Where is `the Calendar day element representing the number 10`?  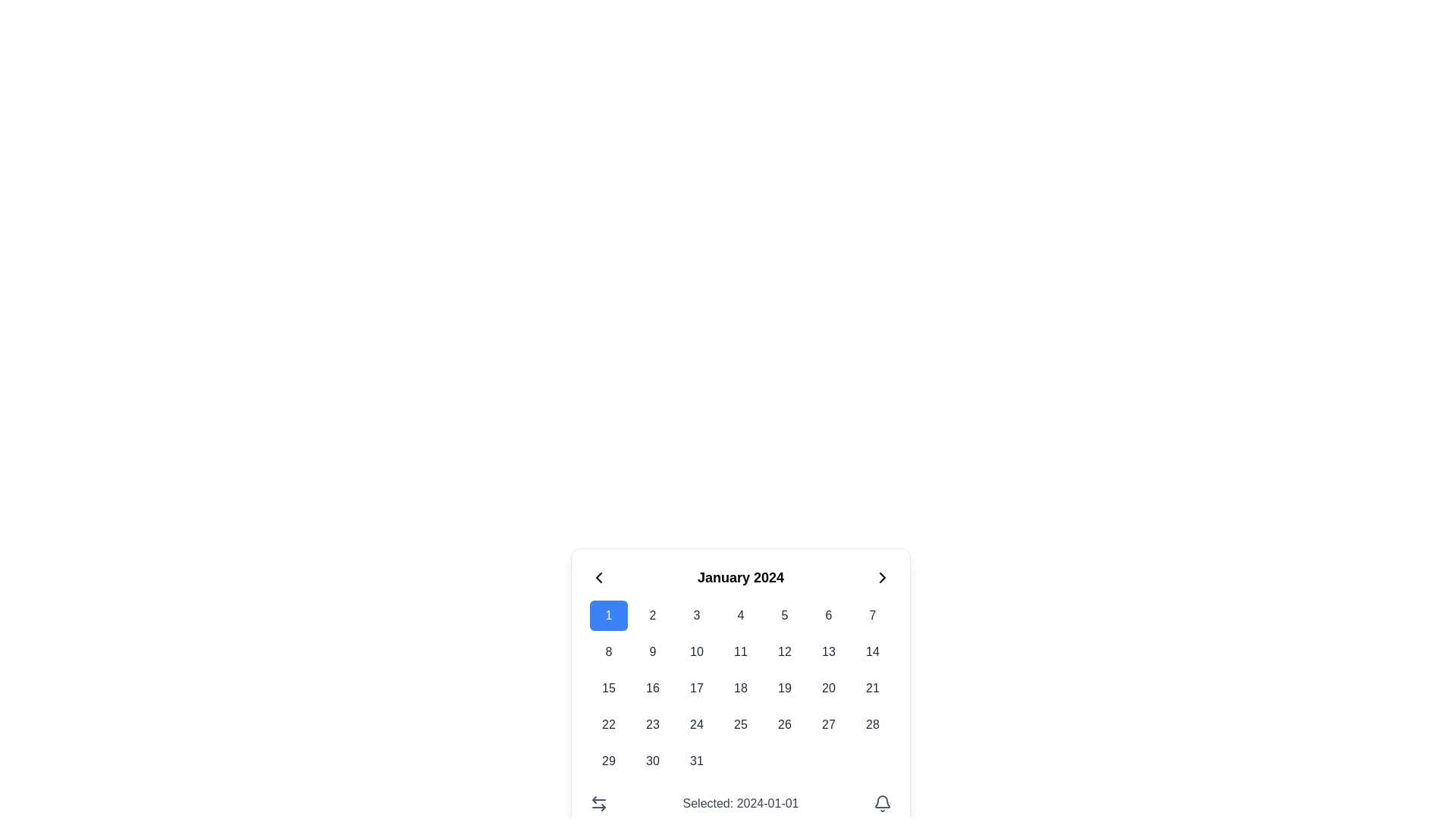
the Calendar day element representing the number 10 is located at coordinates (695, 651).